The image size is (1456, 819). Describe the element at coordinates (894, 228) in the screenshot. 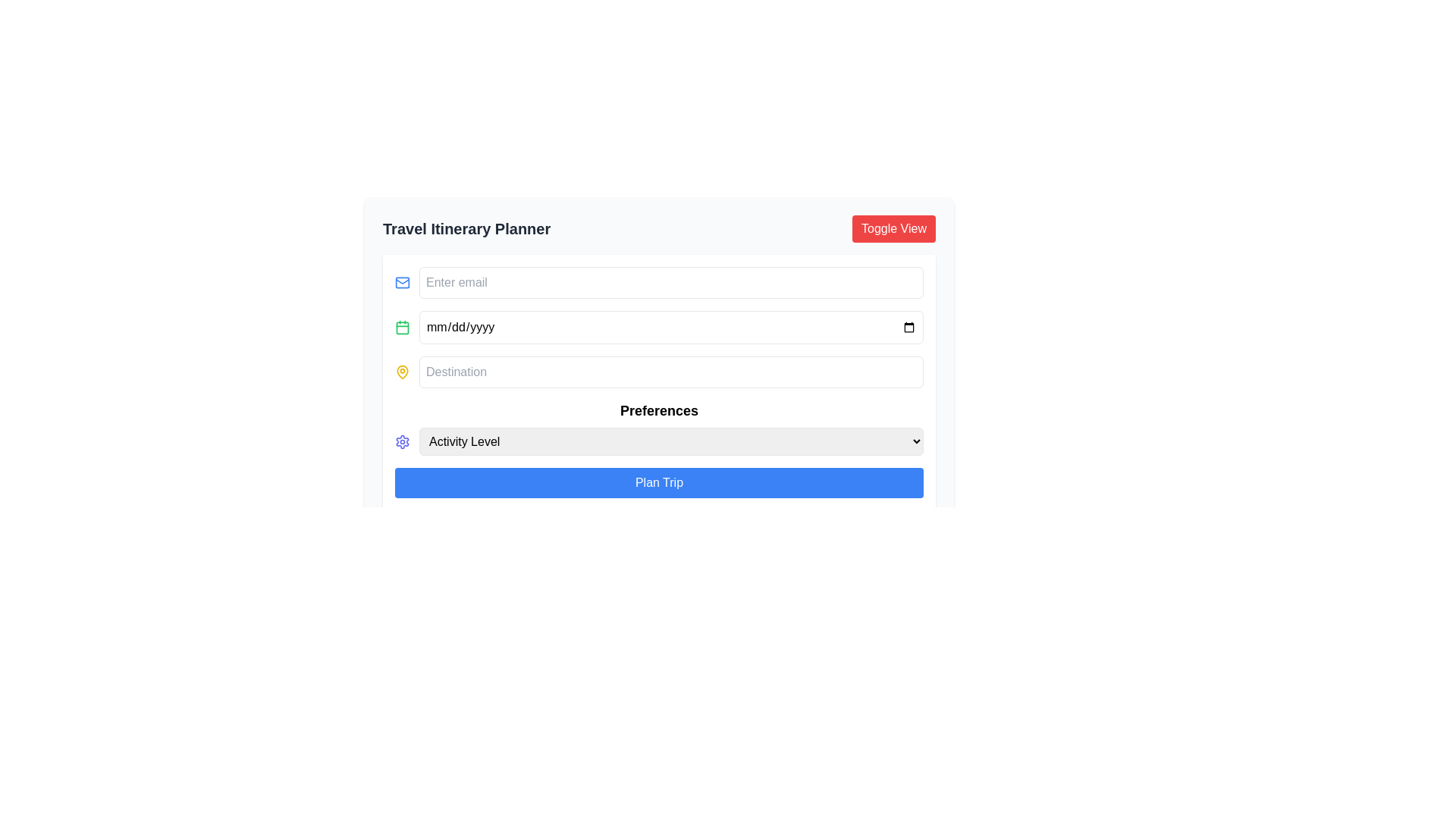

I see `the 'Toggle View' button with a red background located in the upper right portion of the 'Travel Itinerary Planner' interface` at that location.